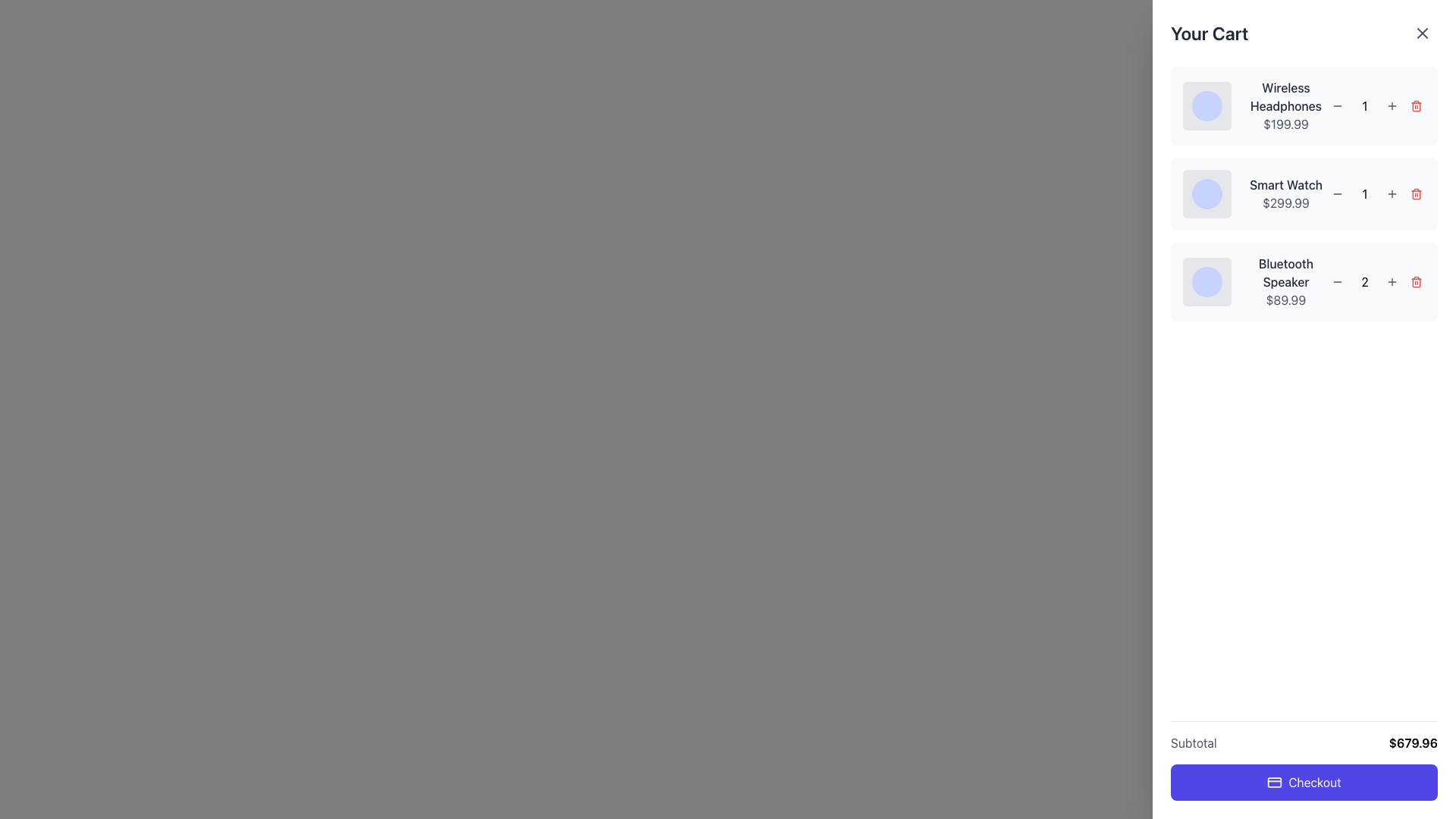 Image resolution: width=1456 pixels, height=819 pixels. Describe the element at coordinates (1285, 281) in the screenshot. I see `the textual label displaying 'Bluetooth Speaker' and its price '$89.99', which is the last item in the cart's list` at that location.